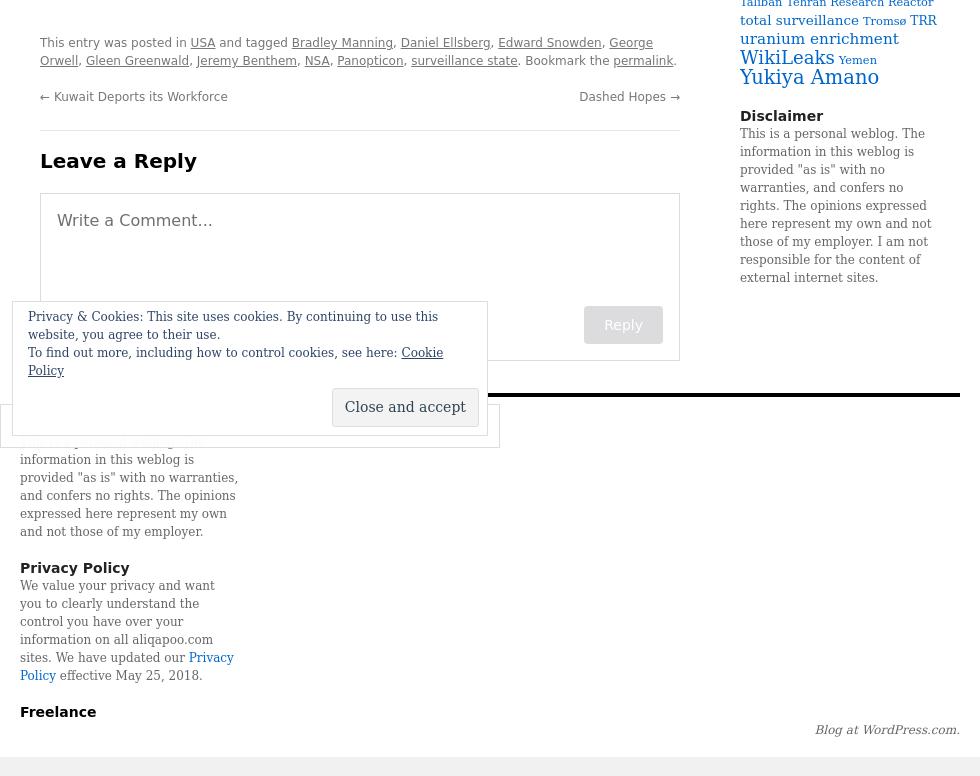 The image size is (980, 776). I want to click on 'Dashed Hopes', so click(623, 97).